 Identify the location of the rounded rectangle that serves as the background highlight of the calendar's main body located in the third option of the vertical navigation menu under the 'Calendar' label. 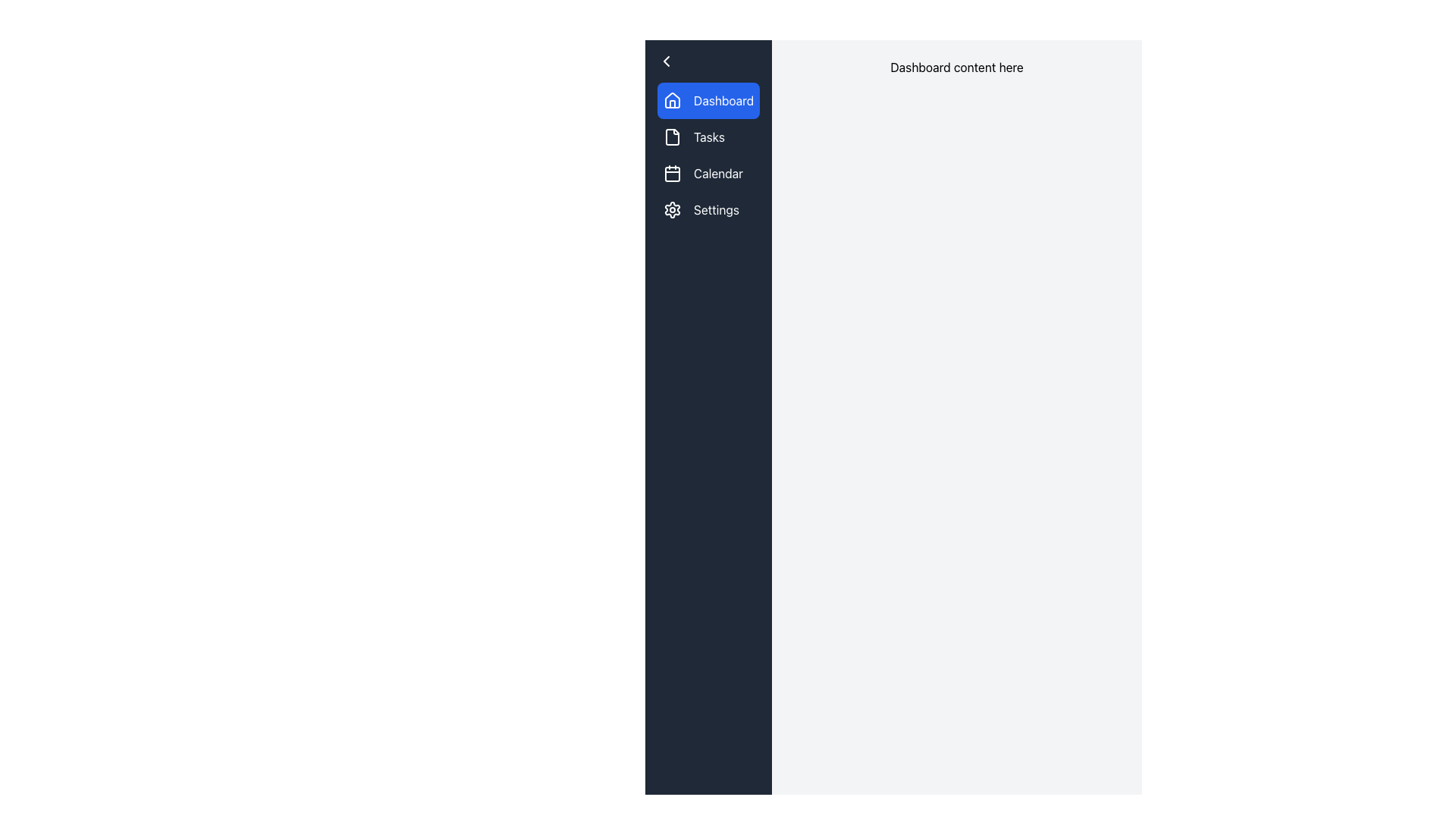
(672, 174).